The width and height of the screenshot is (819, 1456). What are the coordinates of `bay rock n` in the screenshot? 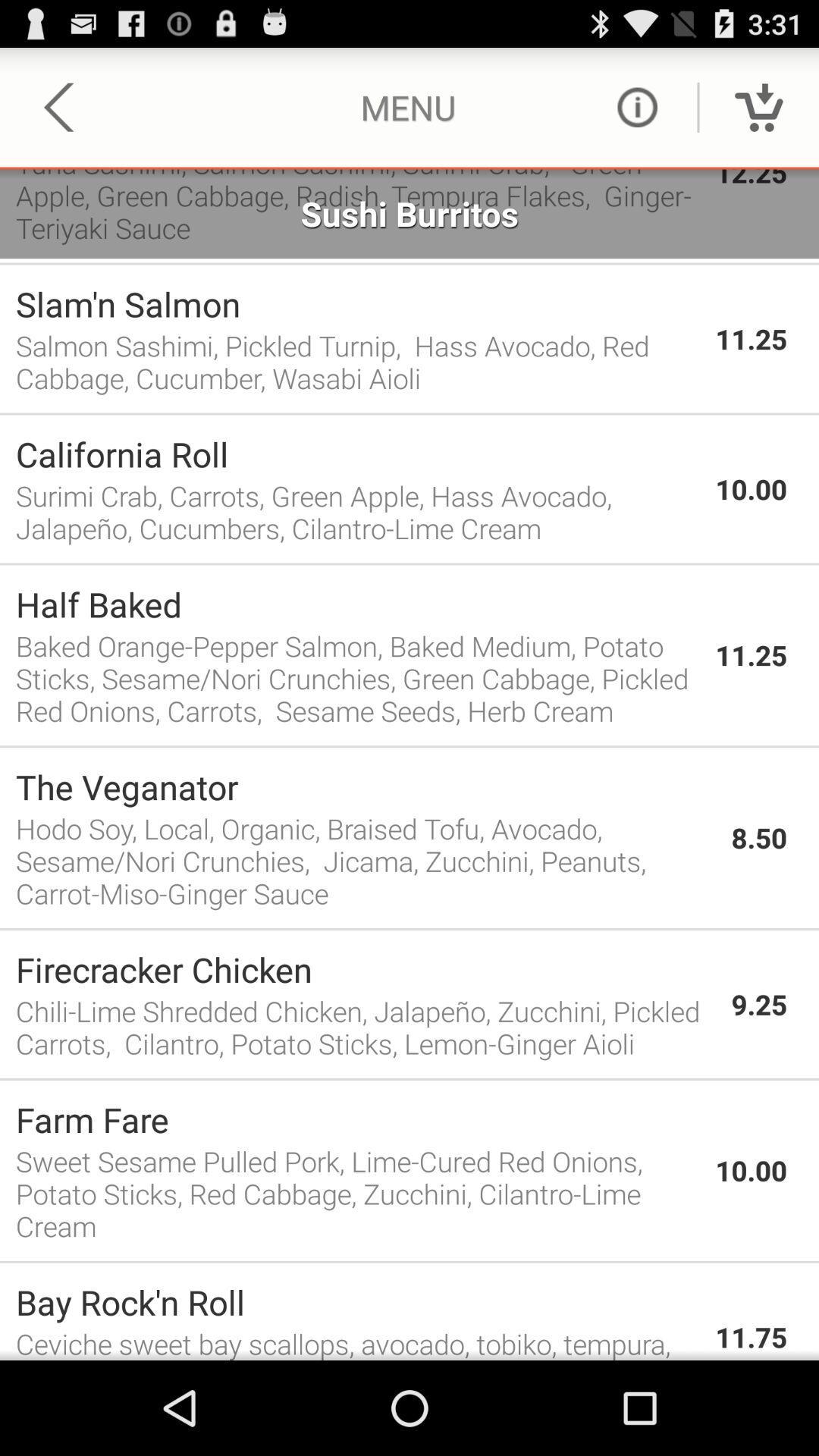 It's located at (357, 1301).